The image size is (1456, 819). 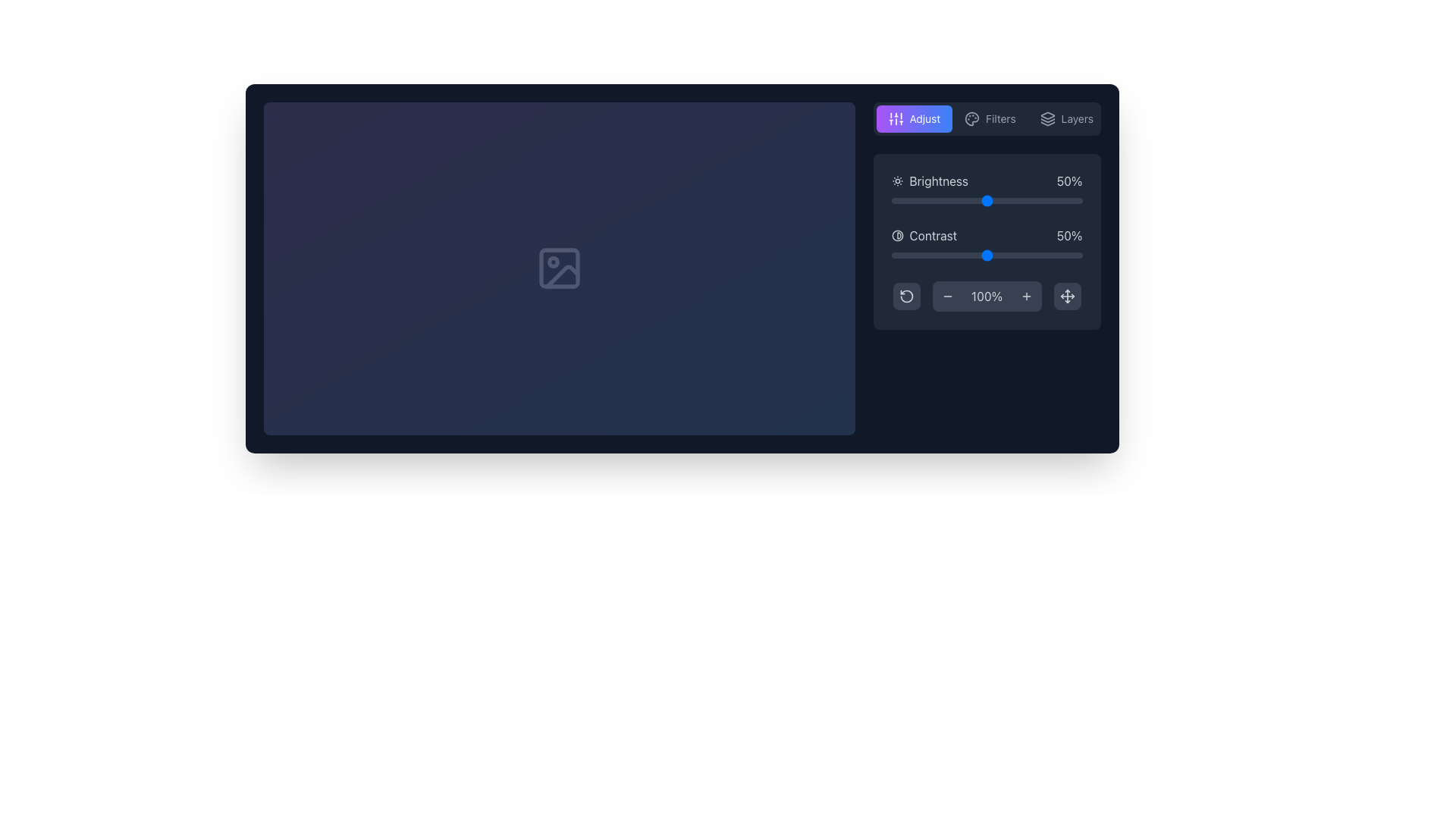 I want to click on the static text label displaying '100%' in gray color, centrally located in the controls section at the bottom-right corner of the dark-themed panel, so click(x=987, y=296).